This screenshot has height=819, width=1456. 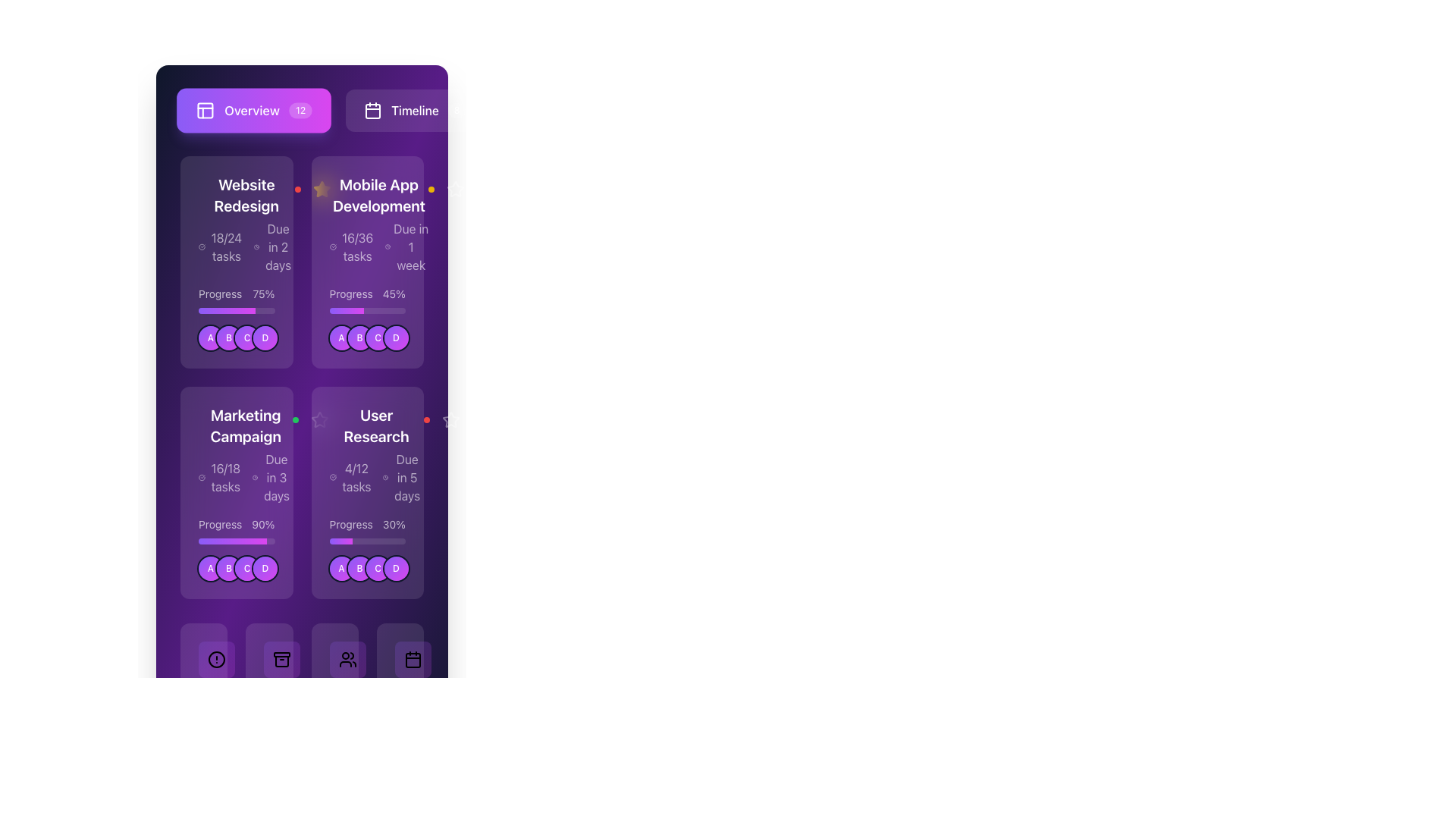 What do you see at coordinates (378, 246) in the screenshot?
I see `text information block that indicates the tasks completed and time left for the 'Mobile App Development' project, located in the middle segment of the card` at bounding box center [378, 246].